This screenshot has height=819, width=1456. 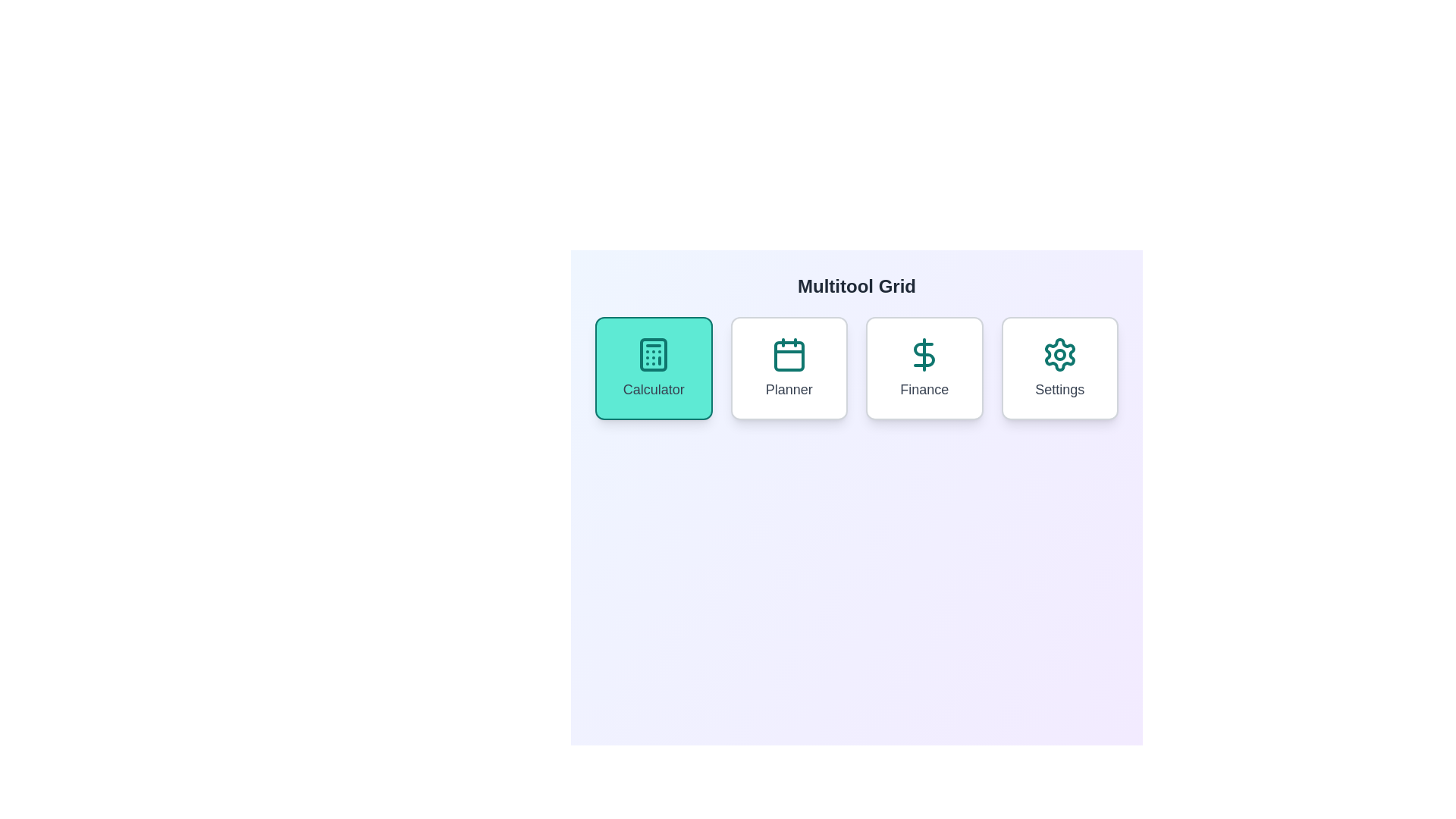 I want to click on the green dollar sign icon located in the third cell of the grid, positioned above the 'Finance' label, so click(x=924, y=354).